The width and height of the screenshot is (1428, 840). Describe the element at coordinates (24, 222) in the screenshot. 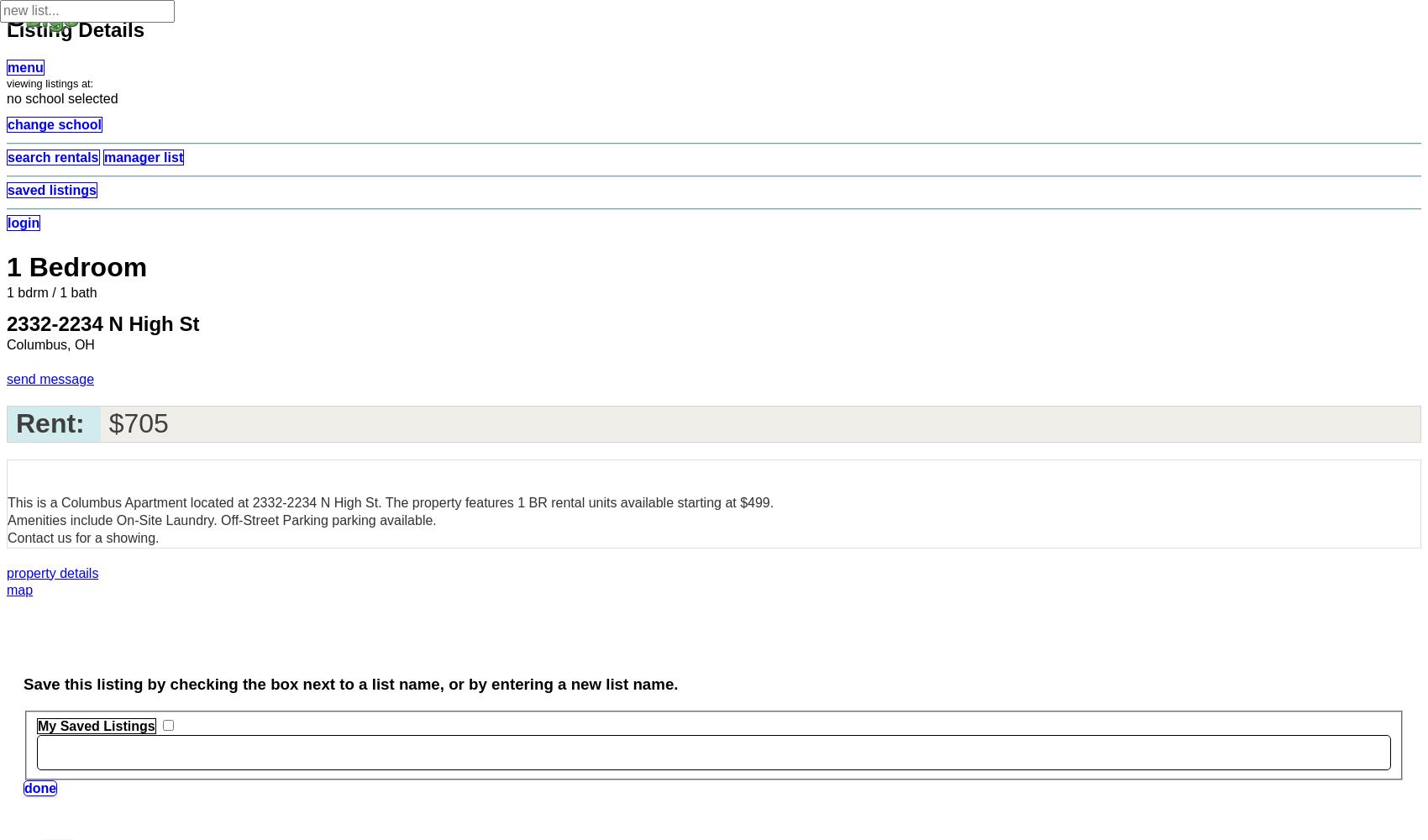

I see `'login'` at that location.